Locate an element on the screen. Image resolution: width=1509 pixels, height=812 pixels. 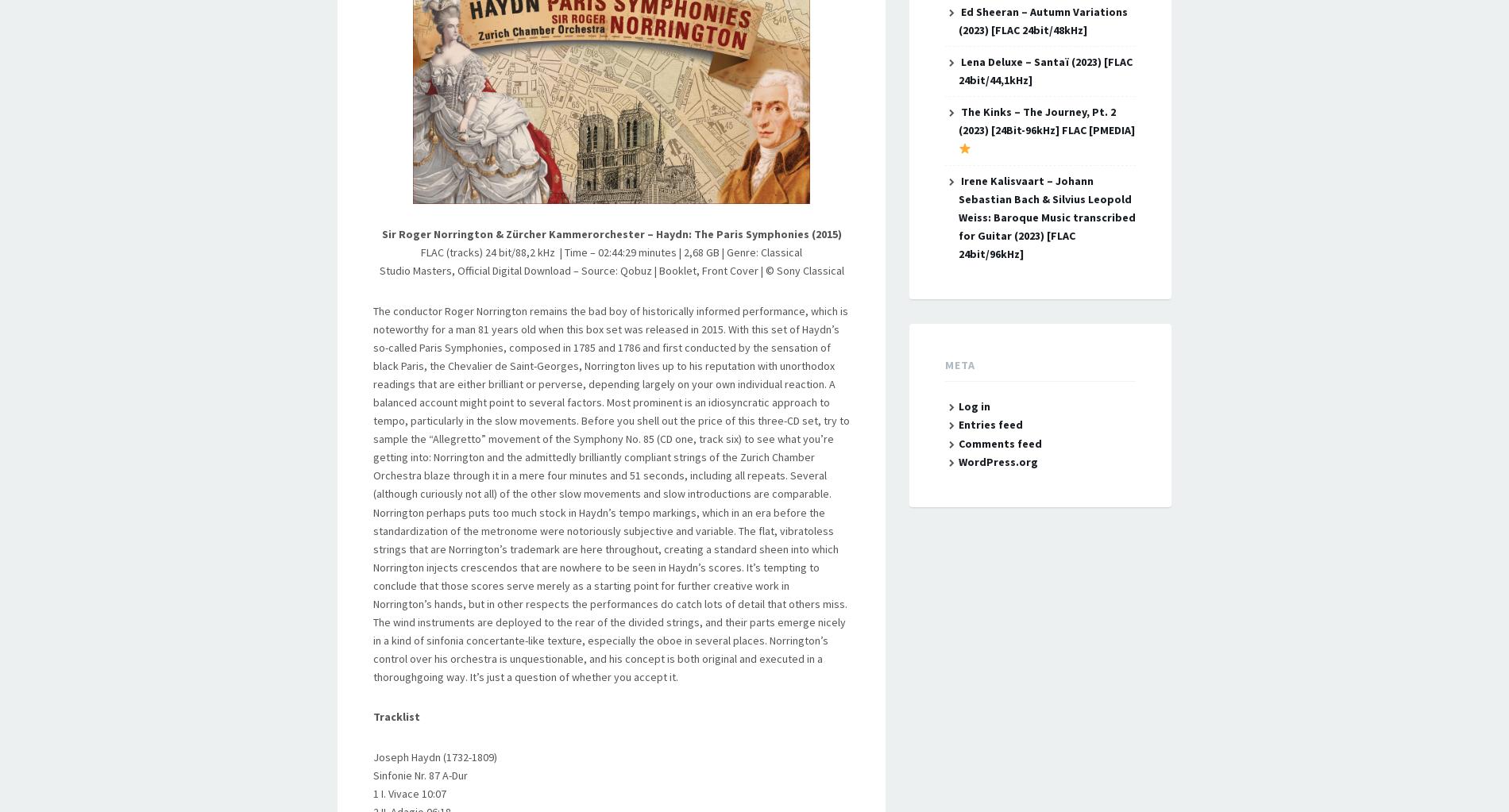
'Meta' is located at coordinates (959, 364).